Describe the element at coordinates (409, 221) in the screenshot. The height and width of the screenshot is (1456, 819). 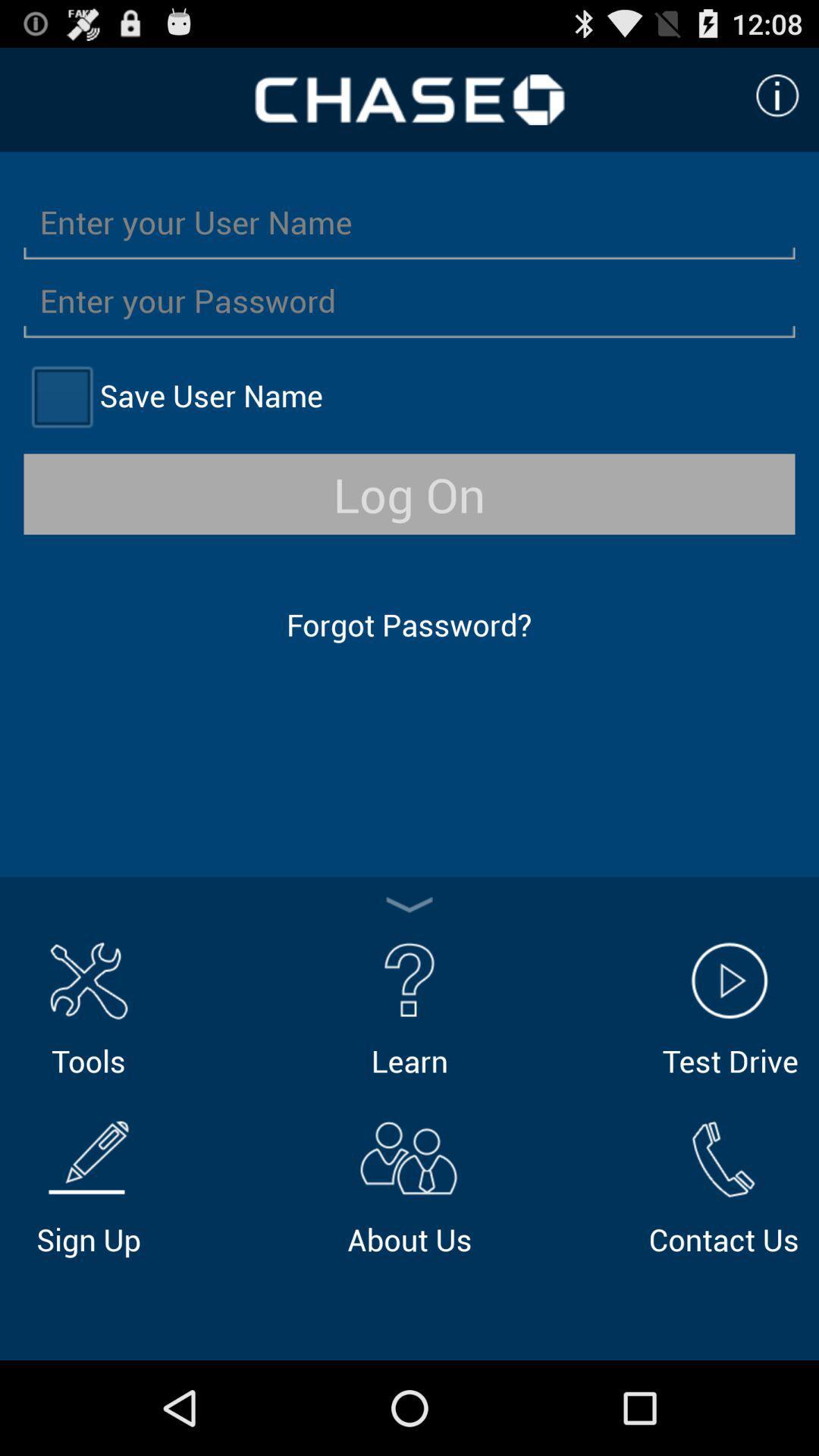
I see `username` at that location.